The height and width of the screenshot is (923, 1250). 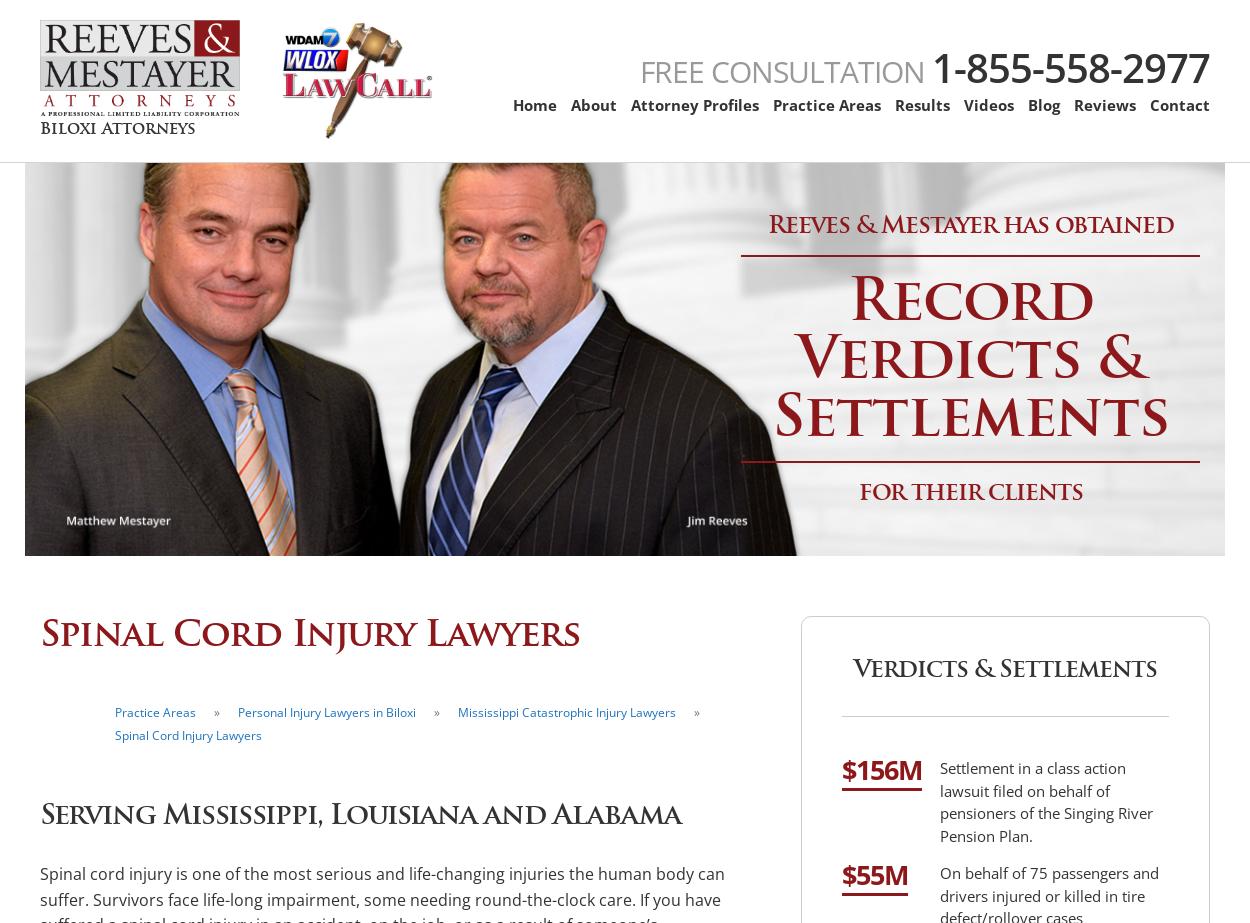 I want to click on 'Videos', so click(x=988, y=105).